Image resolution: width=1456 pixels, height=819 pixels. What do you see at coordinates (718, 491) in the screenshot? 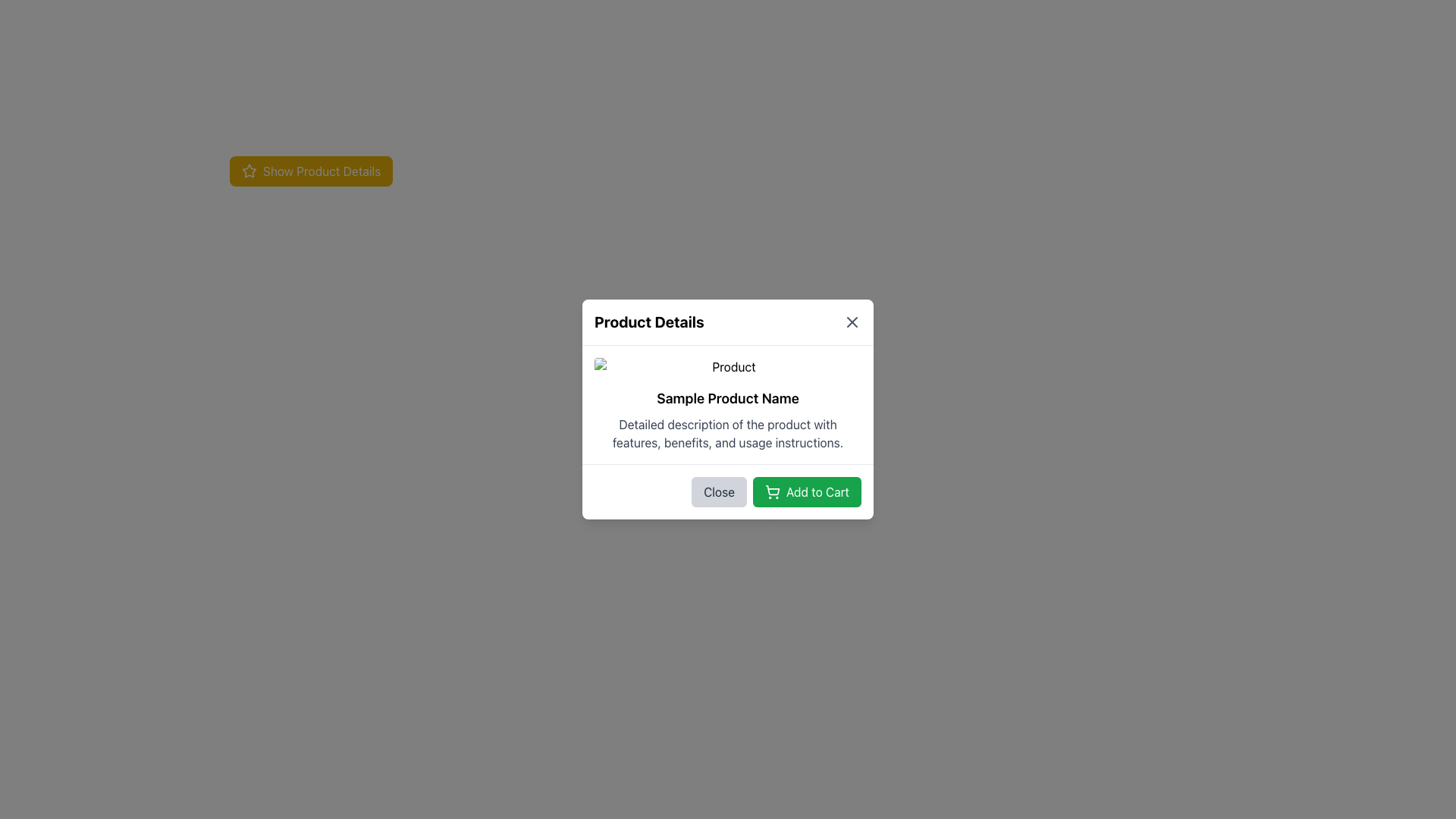
I see `the 'Close' button with rounded corners and a gray background` at bounding box center [718, 491].